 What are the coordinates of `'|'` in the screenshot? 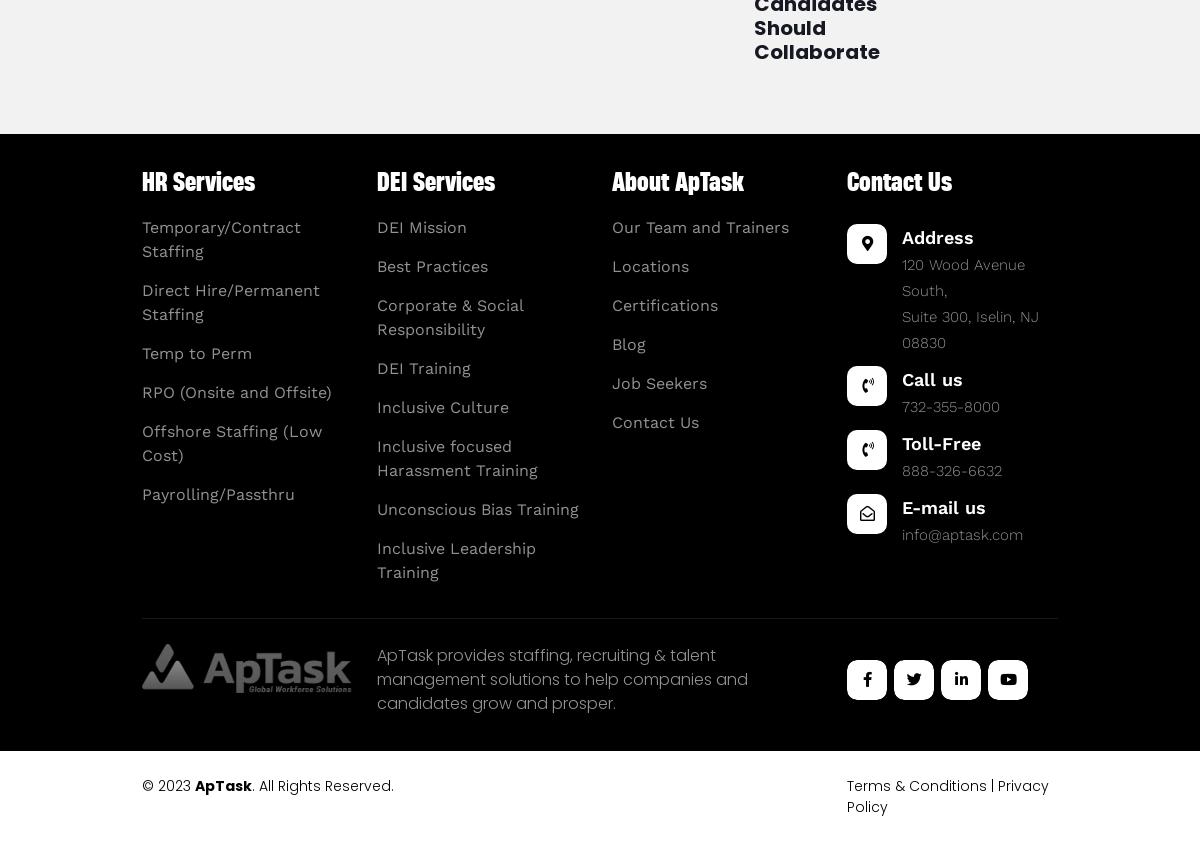 It's located at (992, 784).